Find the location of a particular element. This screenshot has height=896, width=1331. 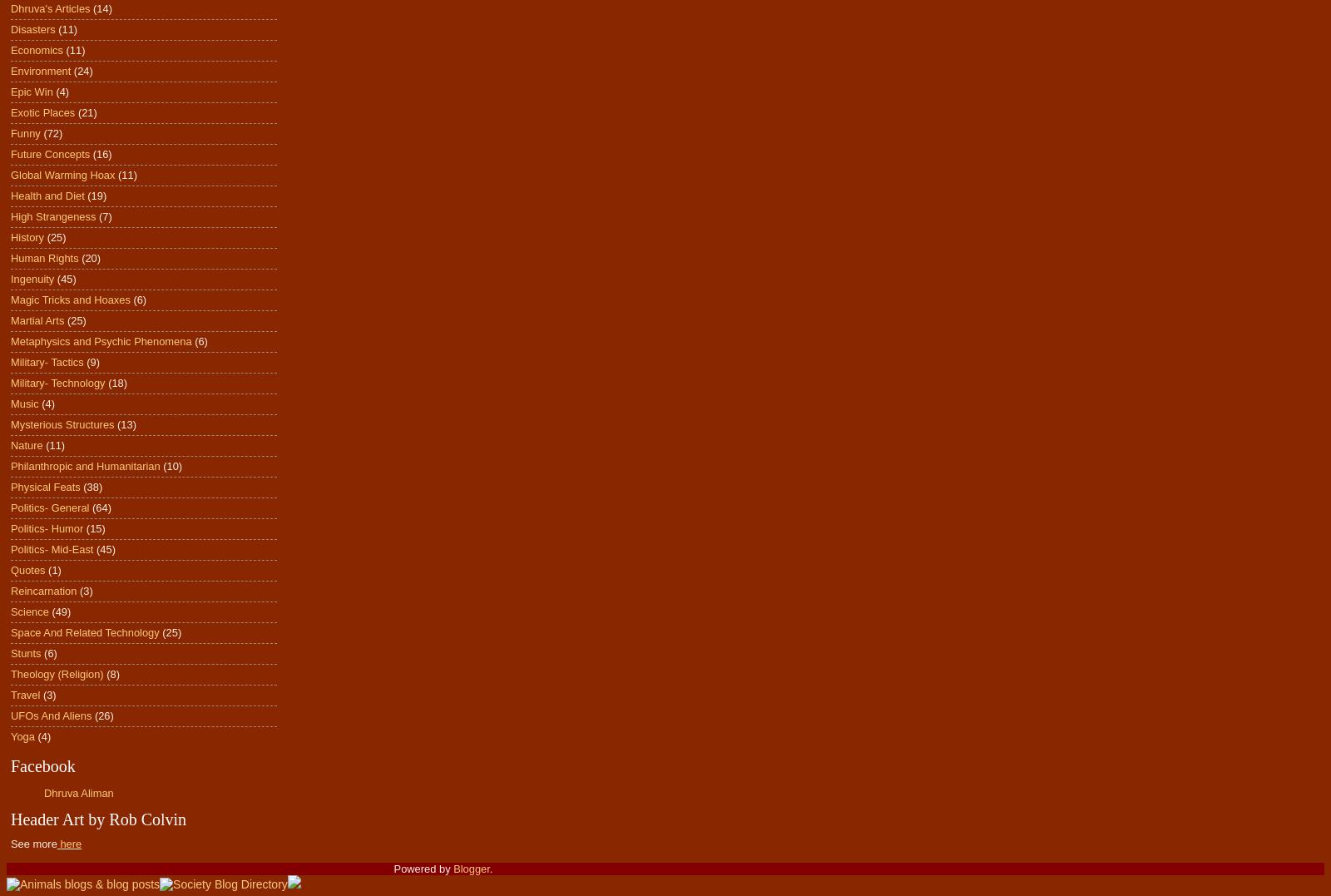

'(7)' is located at coordinates (104, 215).